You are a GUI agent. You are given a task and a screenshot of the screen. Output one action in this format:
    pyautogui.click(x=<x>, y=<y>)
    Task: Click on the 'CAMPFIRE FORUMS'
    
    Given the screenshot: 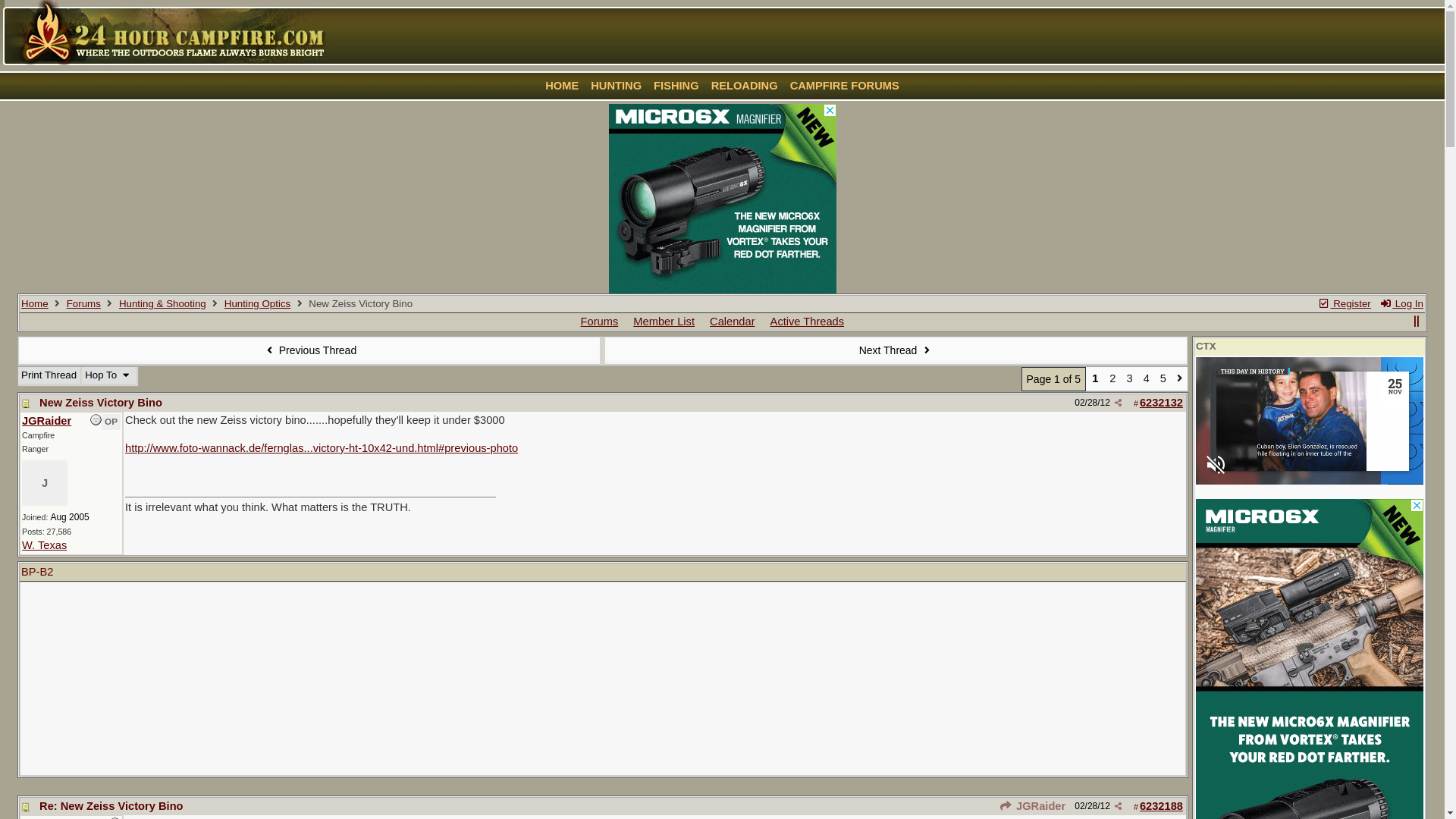 What is the action you would take?
    pyautogui.click(x=843, y=85)
    